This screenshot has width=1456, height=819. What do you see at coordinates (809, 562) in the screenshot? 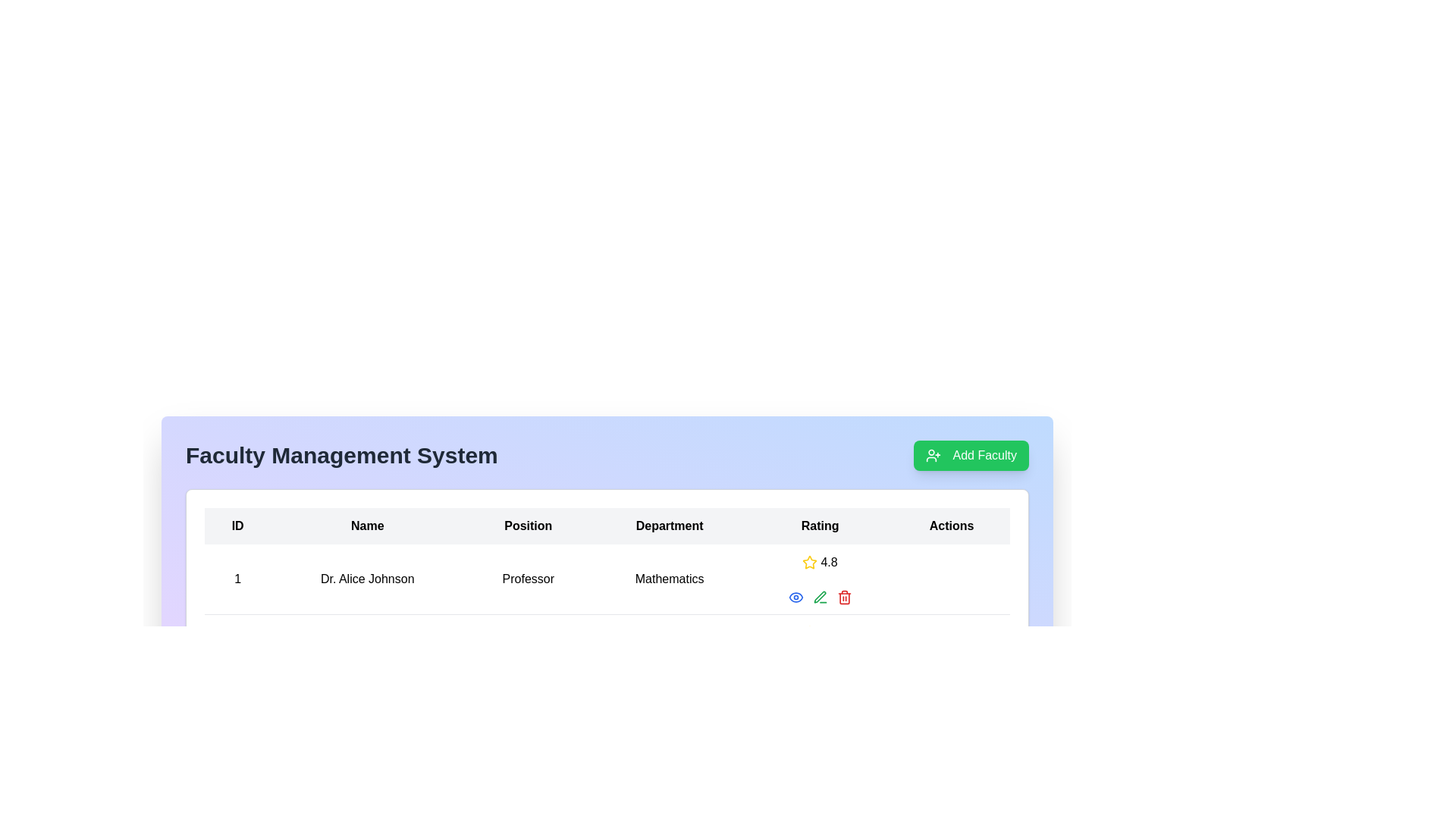
I see `the Star icon representing a high rating of 4.8 out of 5 located` at bounding box center [809, 562].